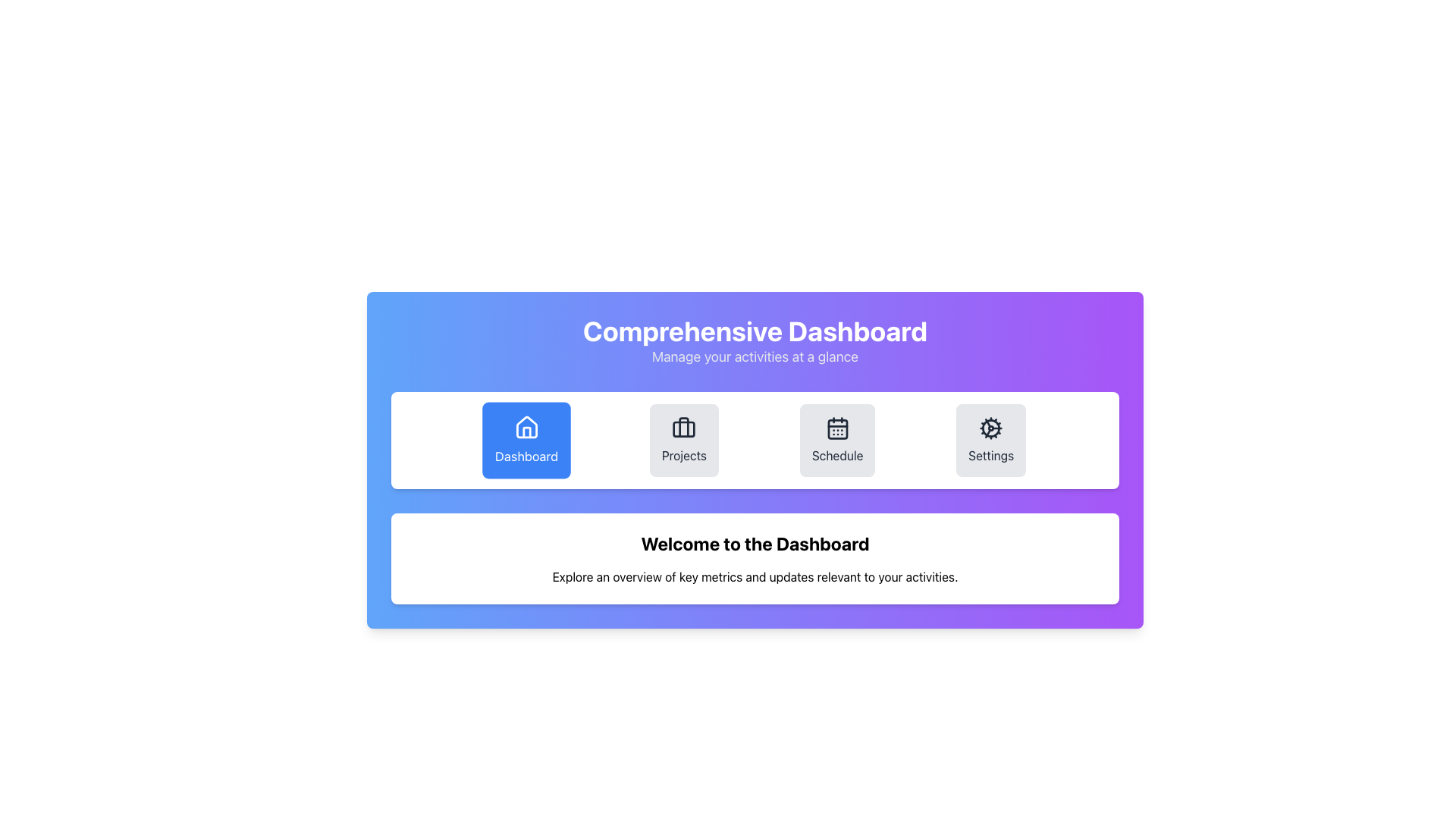 Image resolution: width=1456 pixels, height=819 pixels. I want to click on bold heading text 'Welcome to the Dashboard' located centrally below the navigation bar and above a descriptive paragraph, so click(755, 543).